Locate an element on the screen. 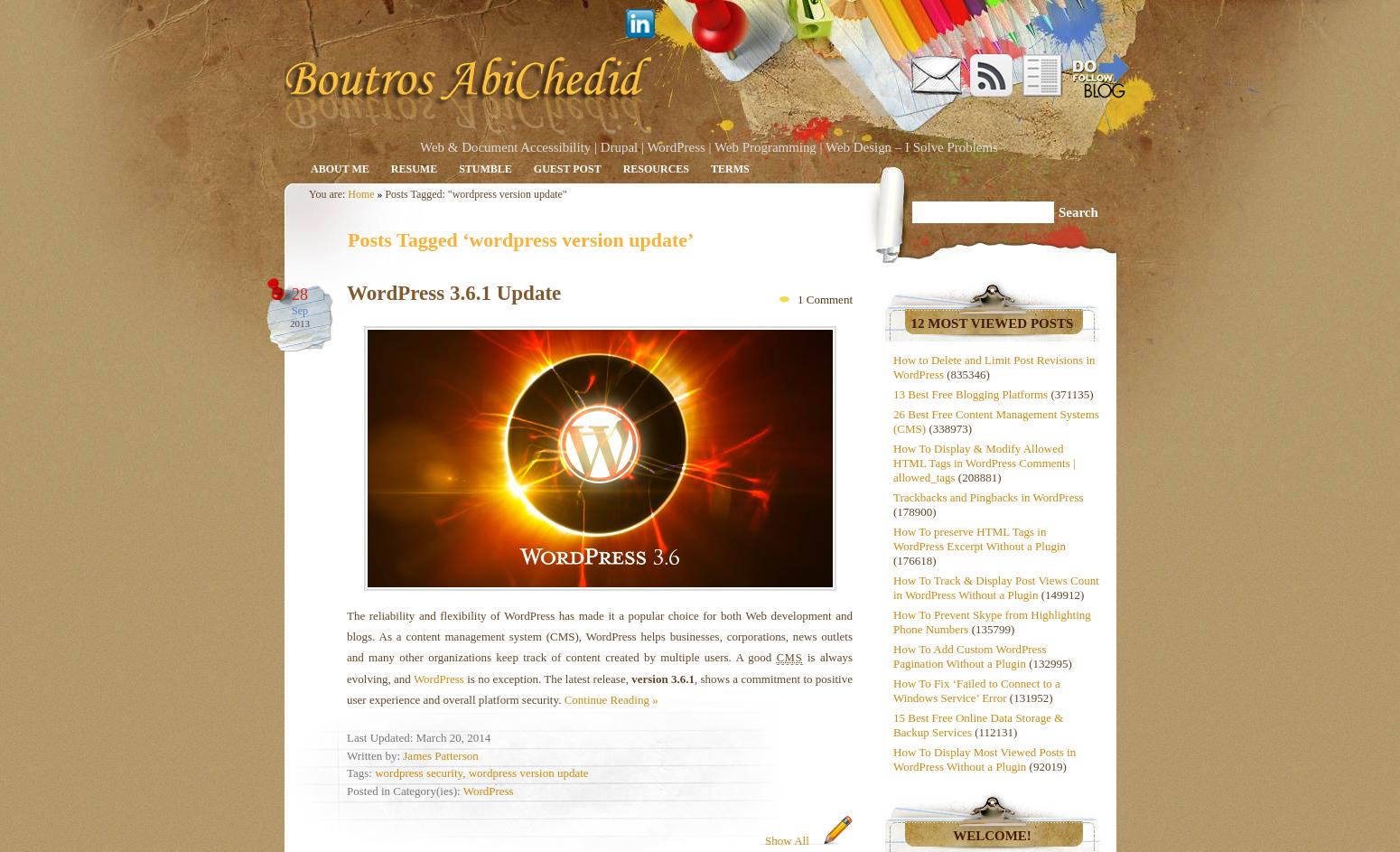 The image size is (1400, 852). 'How To Display Most Viewed Posts in WordPress Without a Plugin' is located at coordinates (892, 759).